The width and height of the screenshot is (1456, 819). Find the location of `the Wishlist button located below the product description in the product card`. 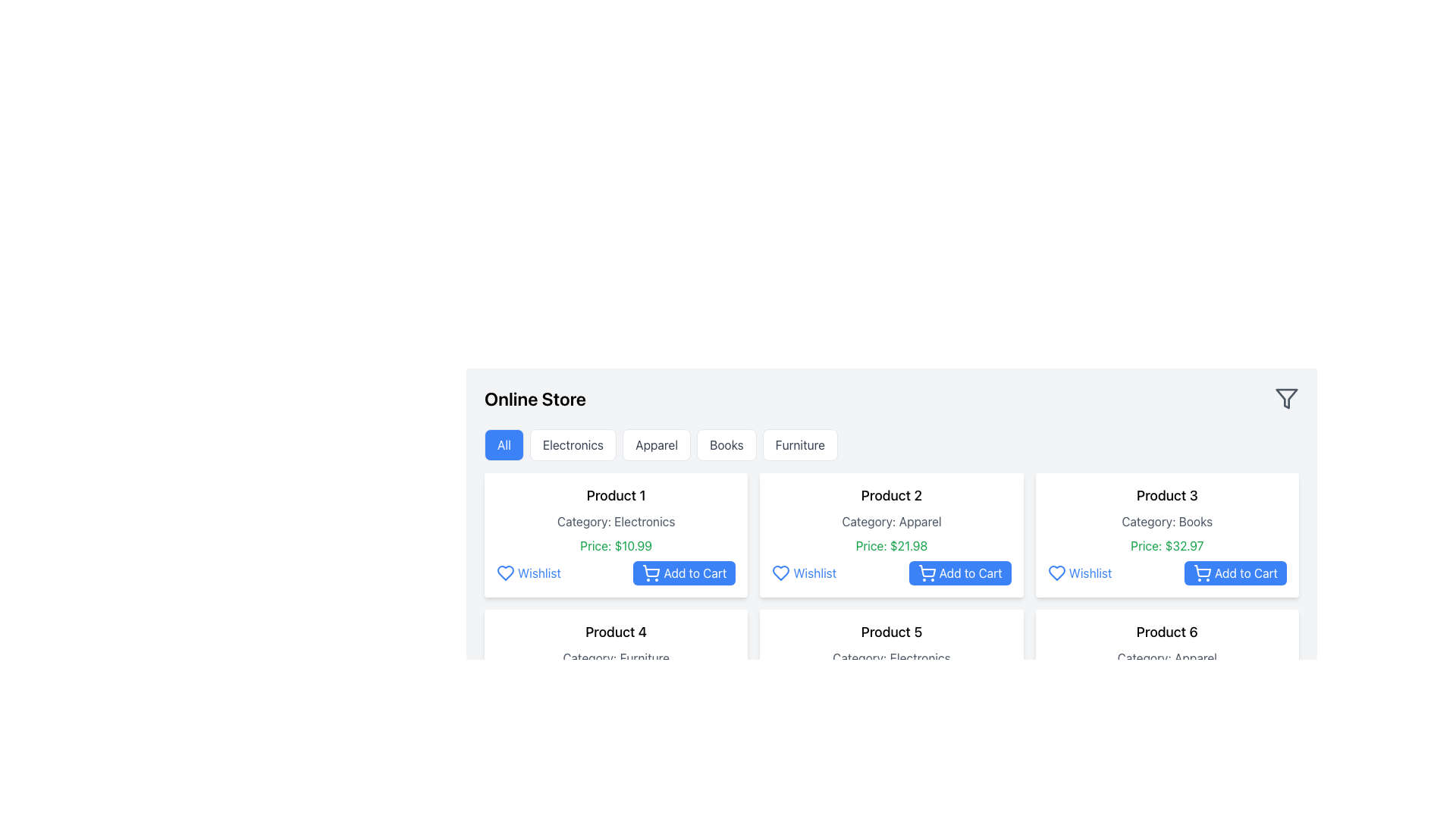

the Wishlist button located below the product description in the product card is located at coordinates (528, 573).